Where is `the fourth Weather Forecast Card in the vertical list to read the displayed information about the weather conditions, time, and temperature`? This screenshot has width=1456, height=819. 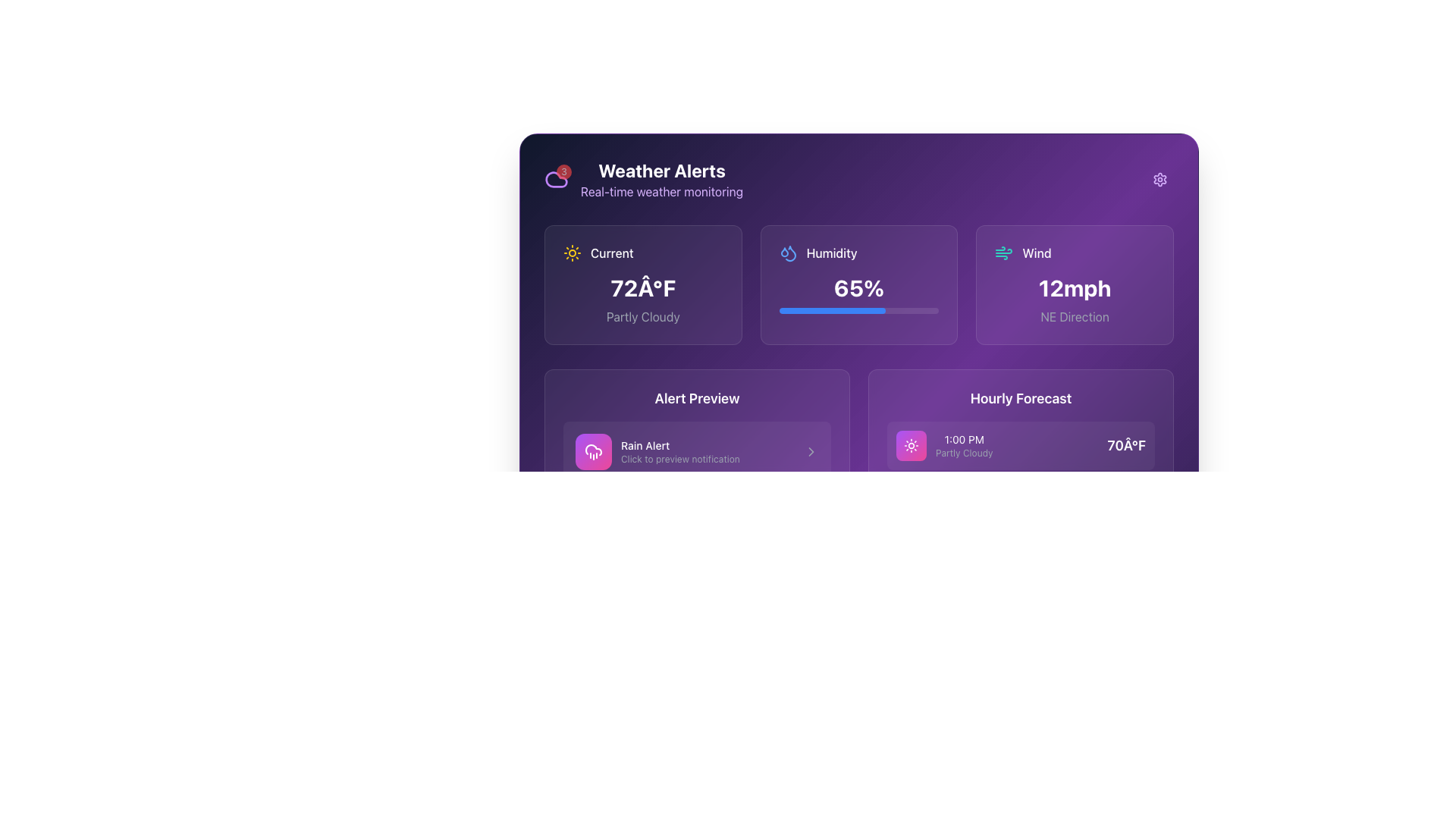
the fourth Weather Forecast Card in the vertical list to read the displayed information about the weather conditions, time, and temperature is located at coordinates (1021, 628).